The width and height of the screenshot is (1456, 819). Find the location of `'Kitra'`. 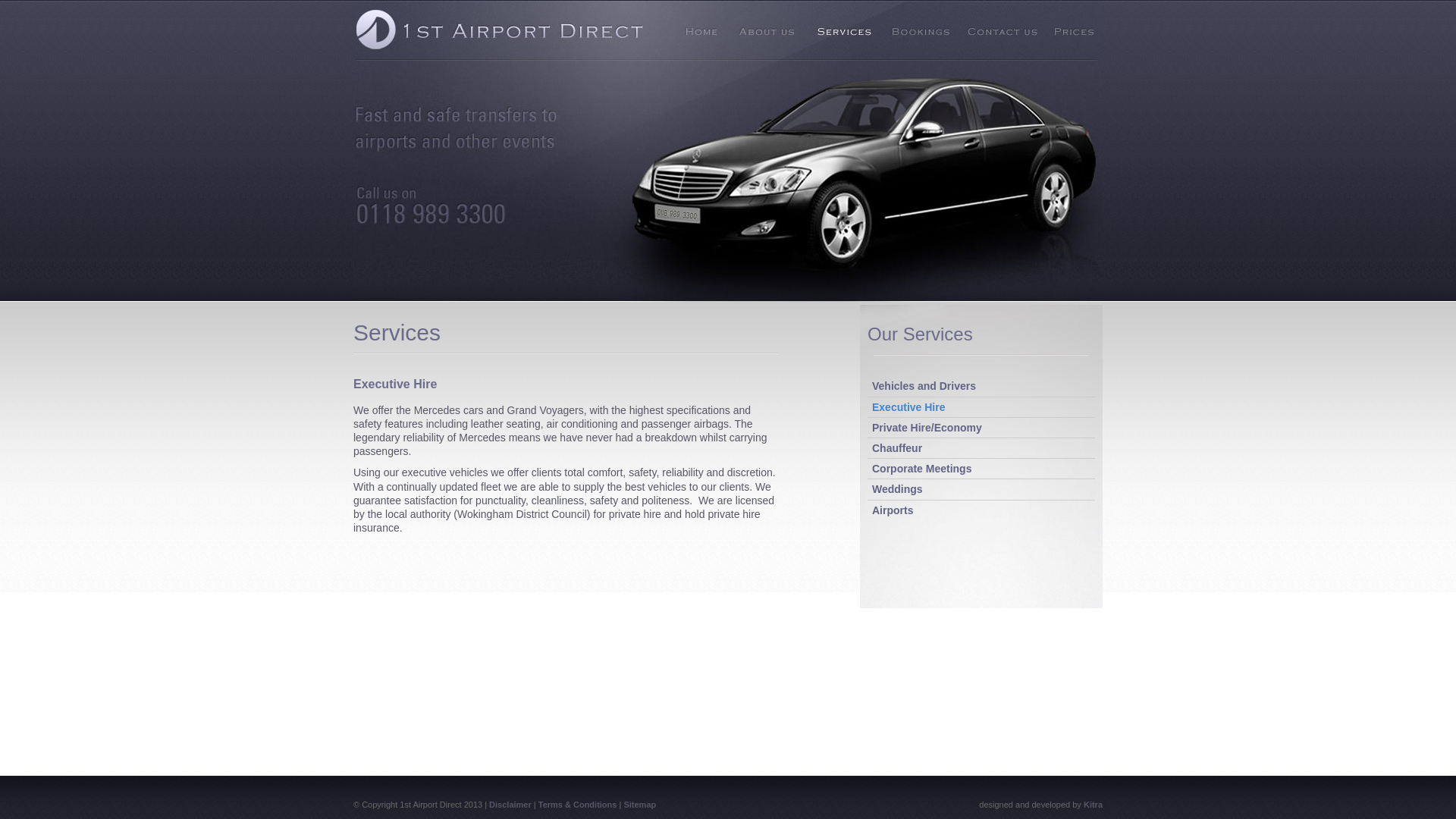

'Kitra' is located at coordinates (1083, 803).